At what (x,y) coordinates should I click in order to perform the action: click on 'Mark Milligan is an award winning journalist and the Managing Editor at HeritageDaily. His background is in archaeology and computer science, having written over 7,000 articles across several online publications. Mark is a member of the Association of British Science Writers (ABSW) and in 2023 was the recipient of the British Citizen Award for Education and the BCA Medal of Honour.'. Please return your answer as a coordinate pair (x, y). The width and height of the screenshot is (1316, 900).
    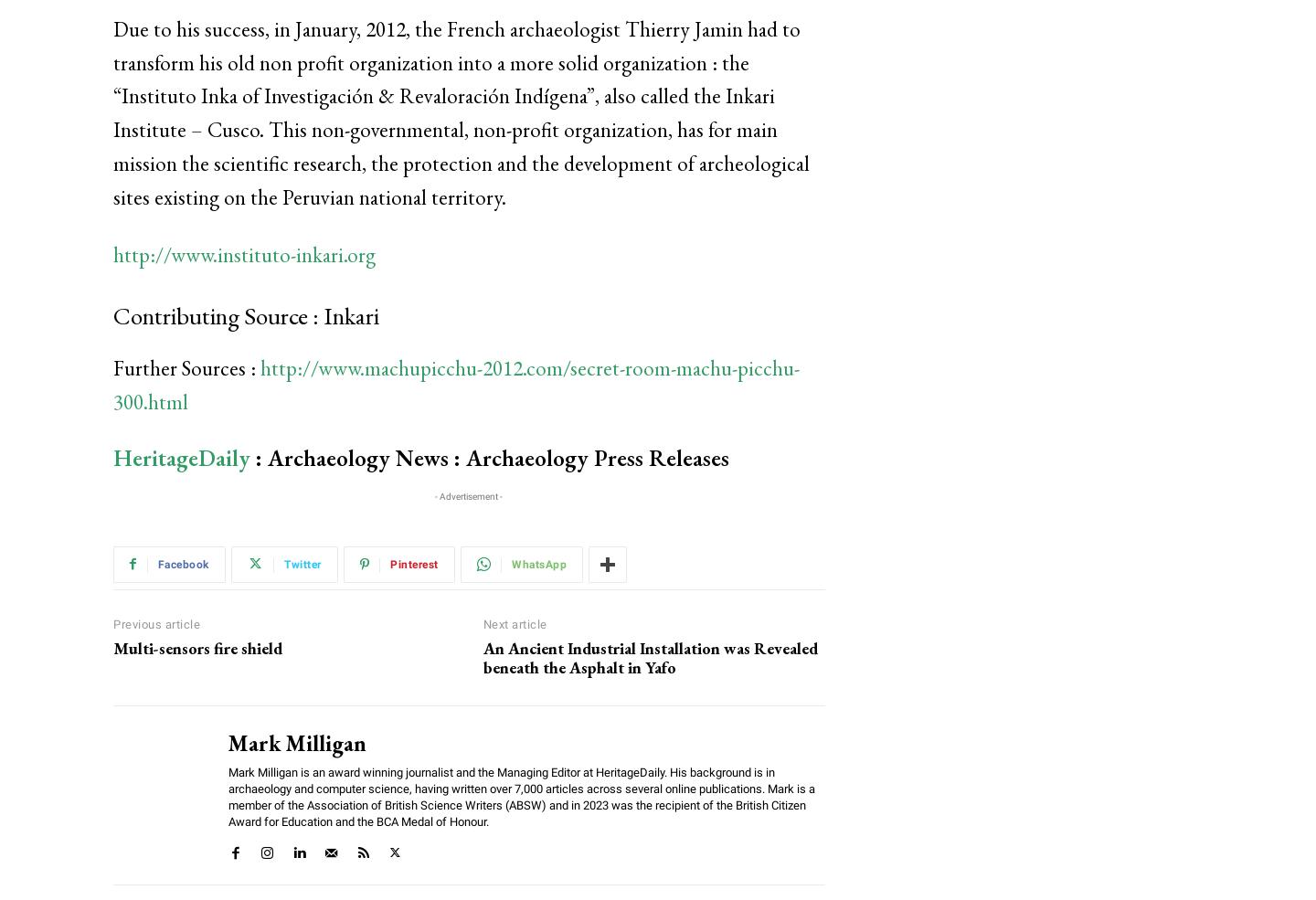
    Looking at the image, I should click on (521, 796).